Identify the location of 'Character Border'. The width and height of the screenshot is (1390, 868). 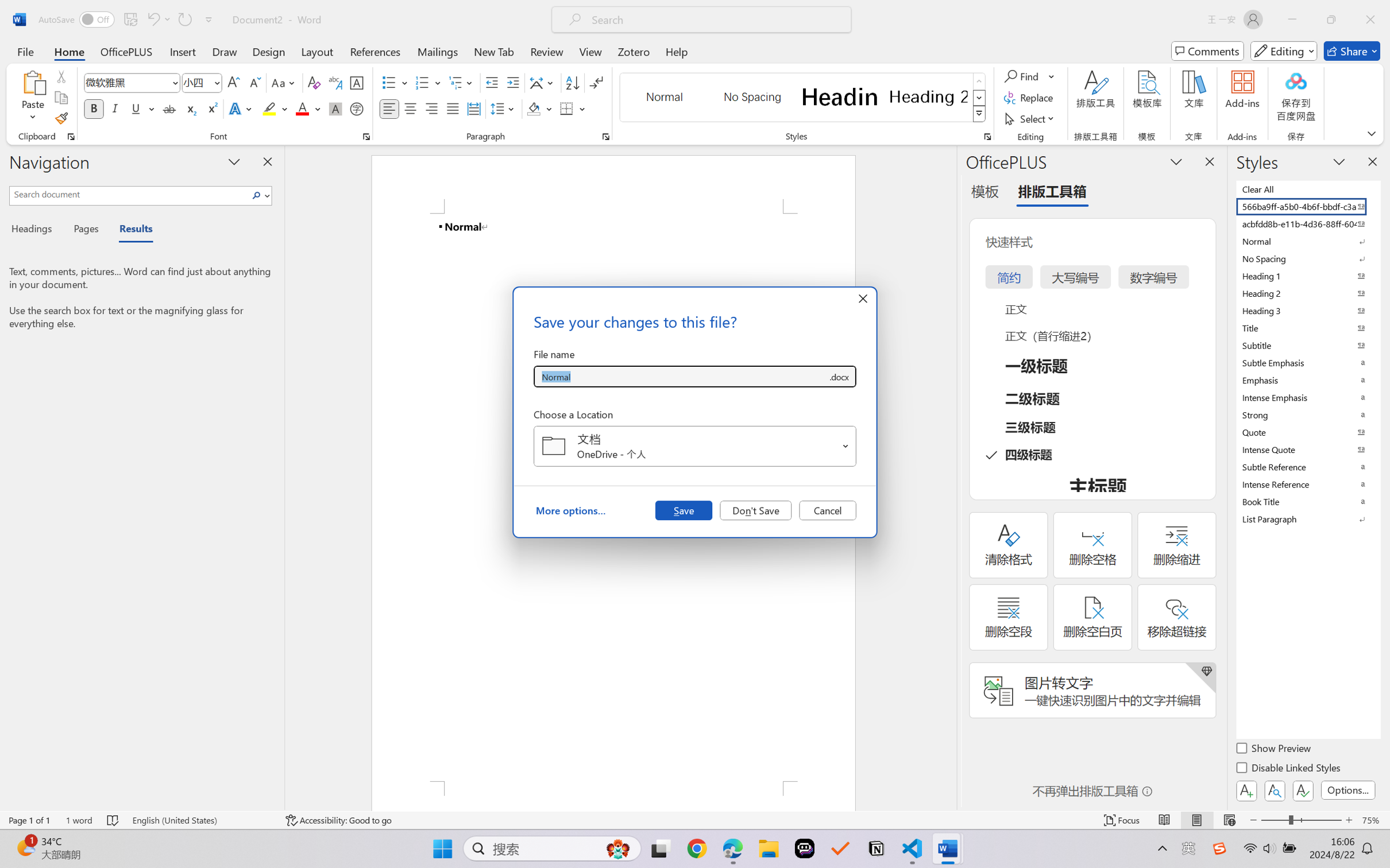
(357, 83).